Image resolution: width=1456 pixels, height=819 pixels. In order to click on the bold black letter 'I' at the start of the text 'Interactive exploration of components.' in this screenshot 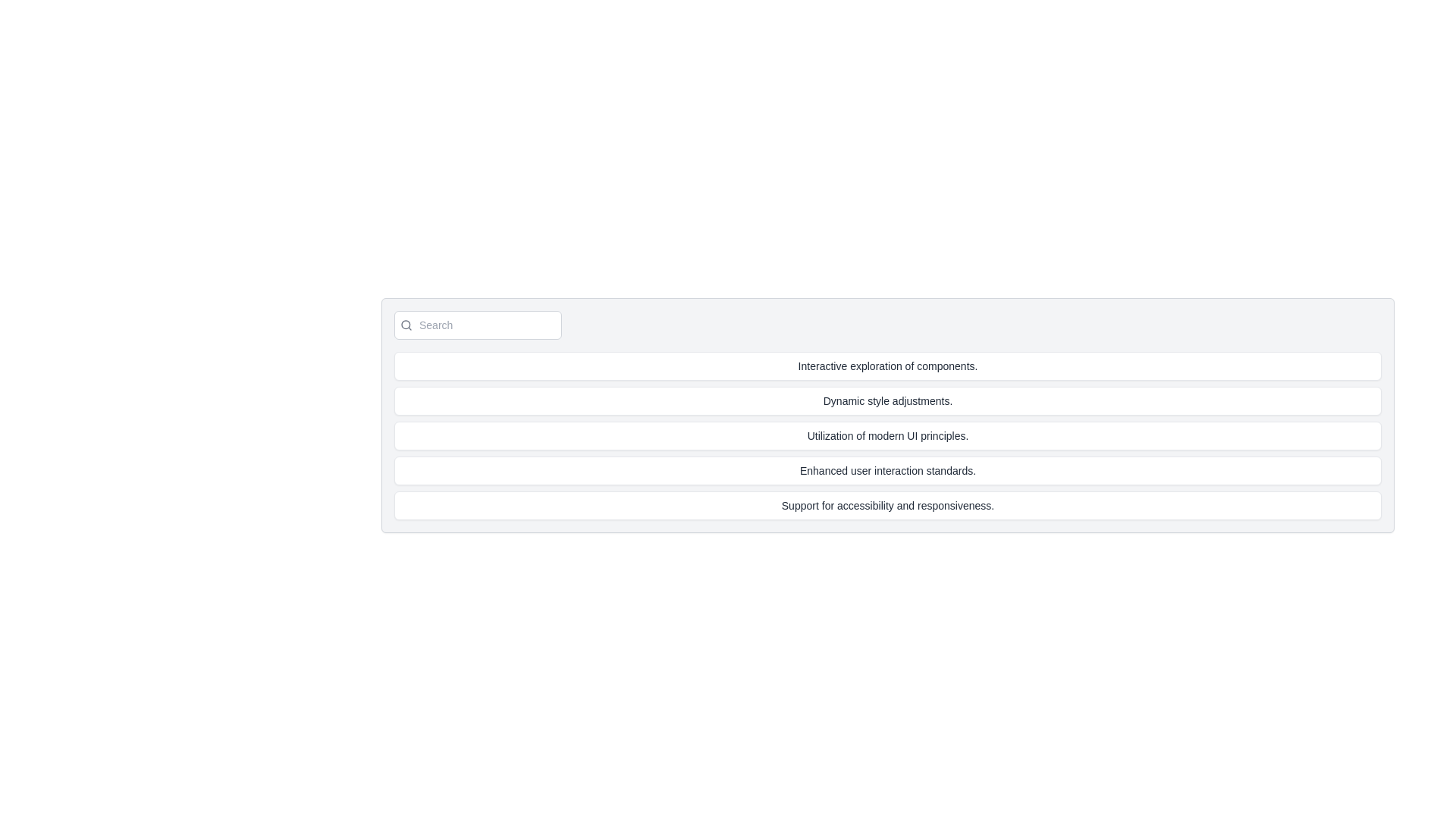, I will do `click(799, 366)`.